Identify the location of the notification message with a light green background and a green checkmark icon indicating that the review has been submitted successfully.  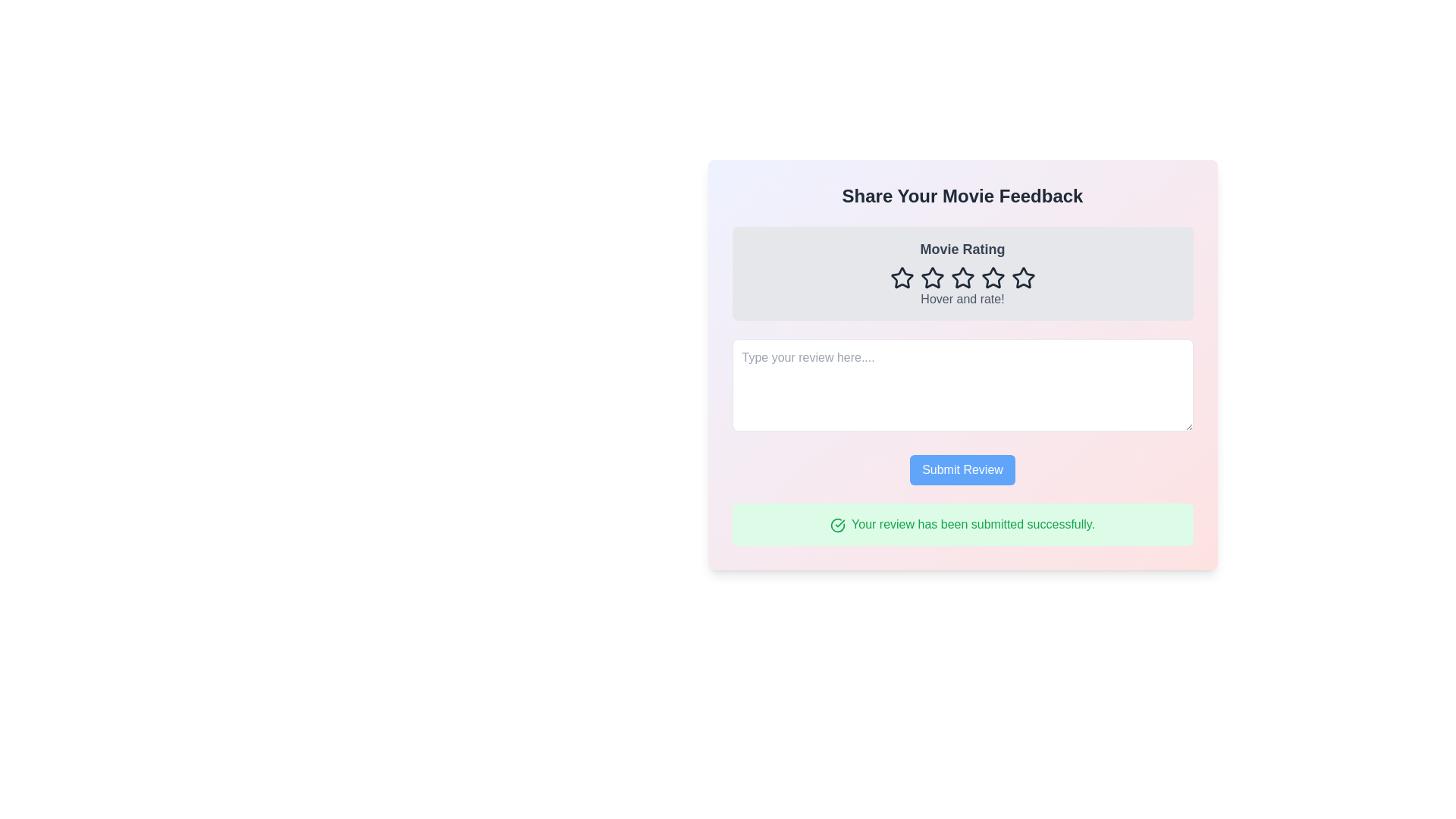
(962, 523).